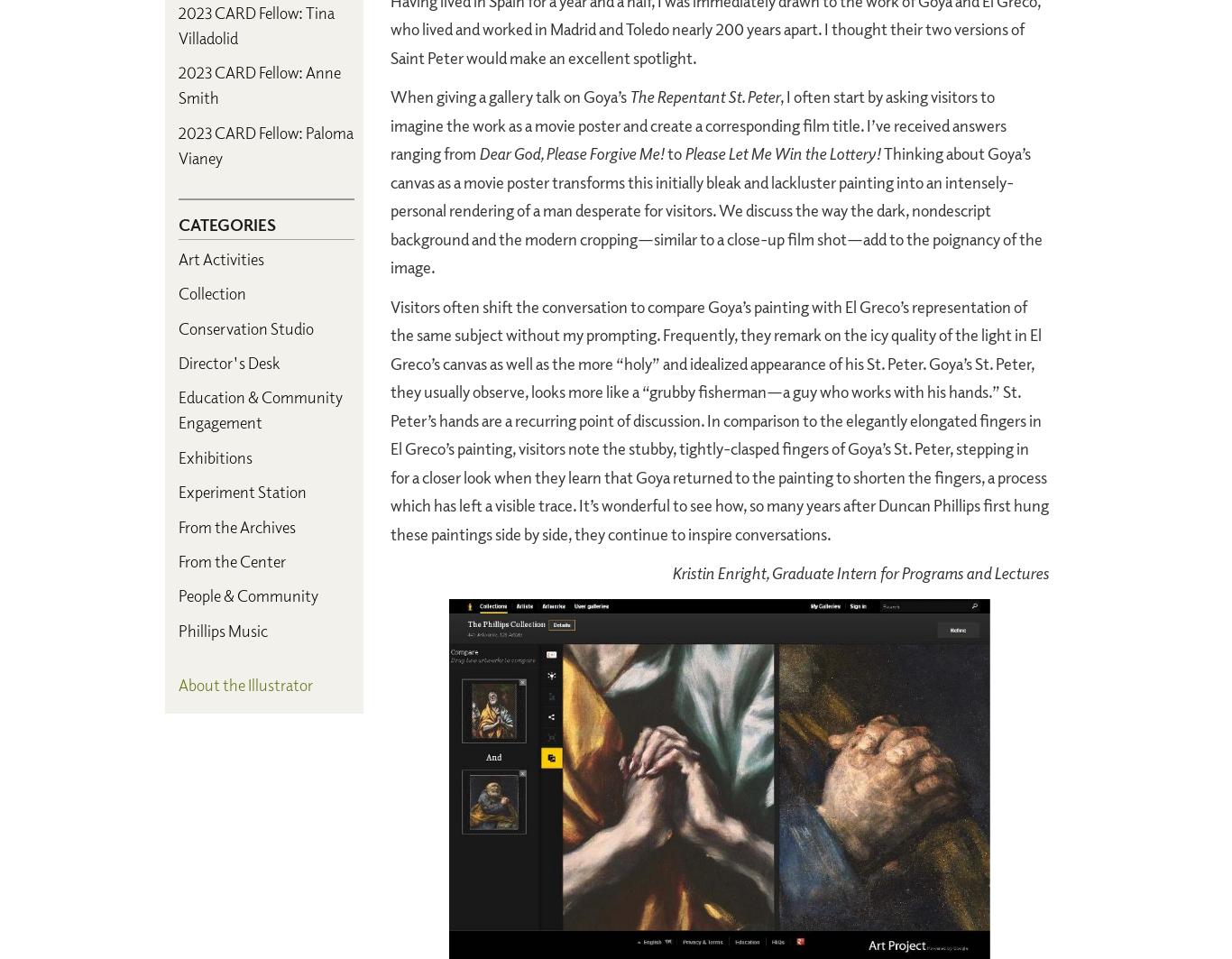 This screenshot has width=1232, height=959. Describe the element at coordinates (221, 257) in the screenshot. I see `'Art Activities'` at that location.